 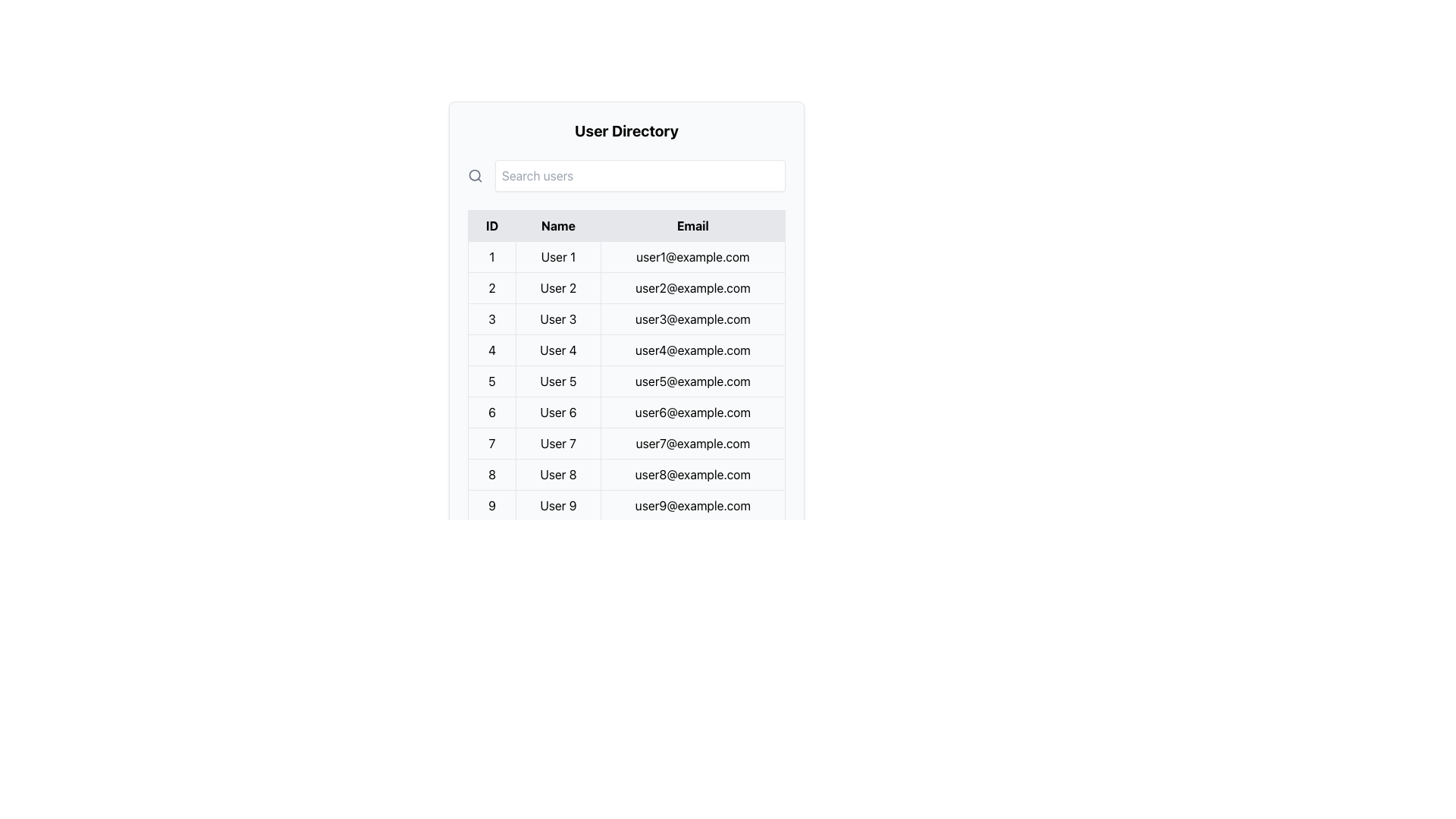 What do you see at coordinates (626, 412) in the screenshot?
I see `the email address of the sixth user in the directory table, which contains the details of ID, name, and email` at bounding box center [626, 412].